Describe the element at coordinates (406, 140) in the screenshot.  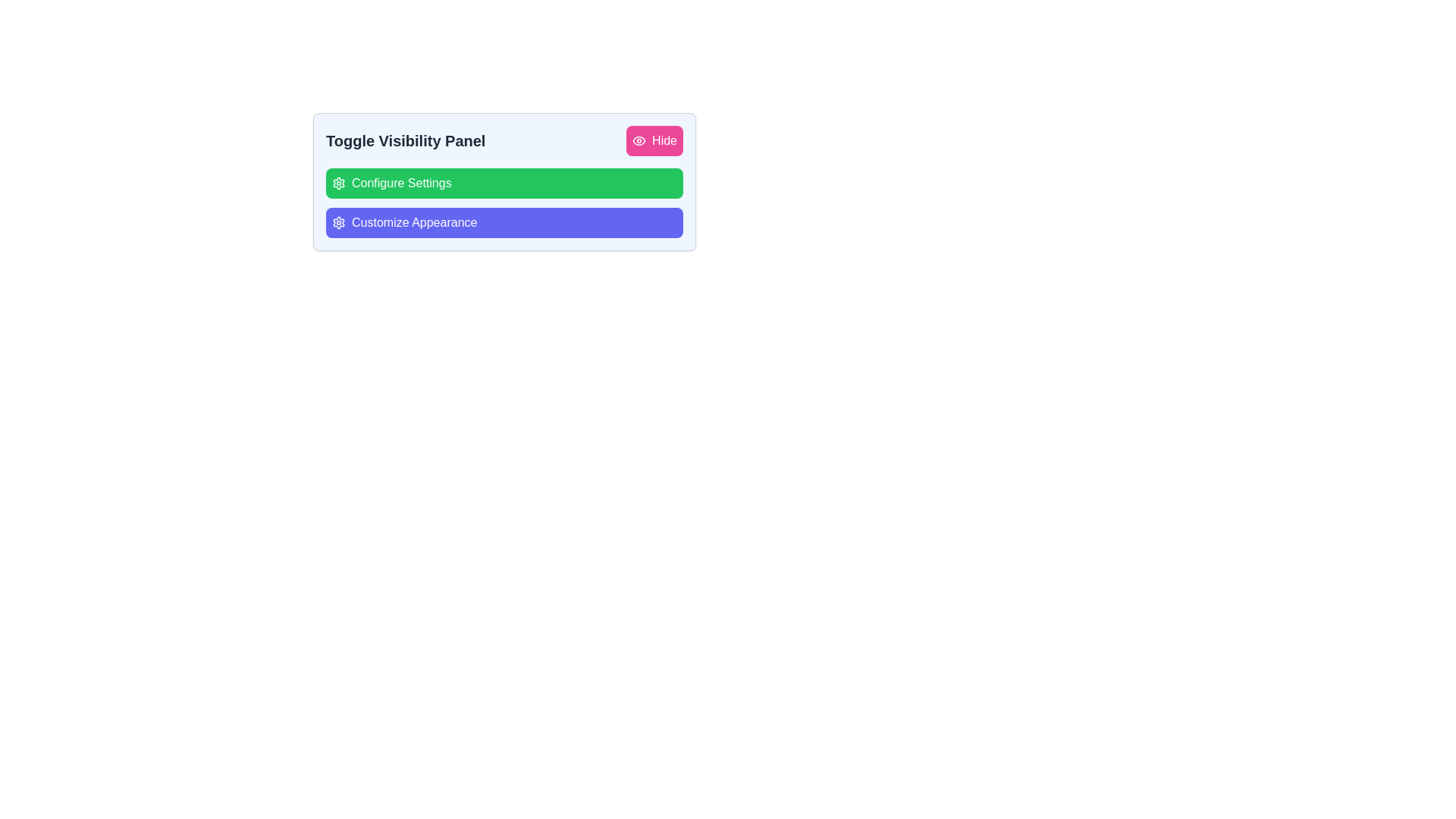
I see `the text label displaying 'Toggle Visibility Panel', which is styled in bold with a dark theme color, located at the top-left of its containing box` at that location.